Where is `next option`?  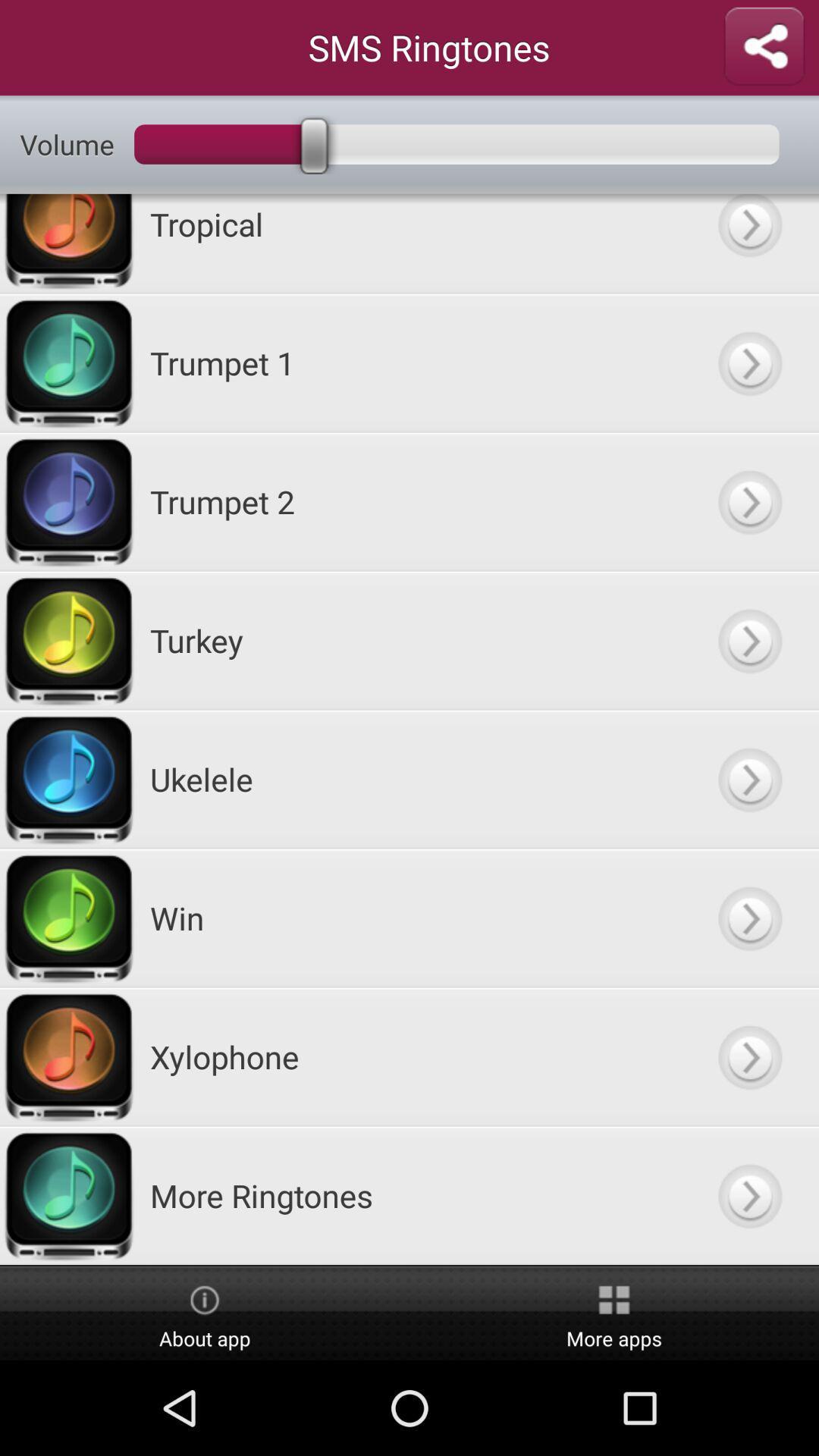
next option is located at coordinates (748, 640).